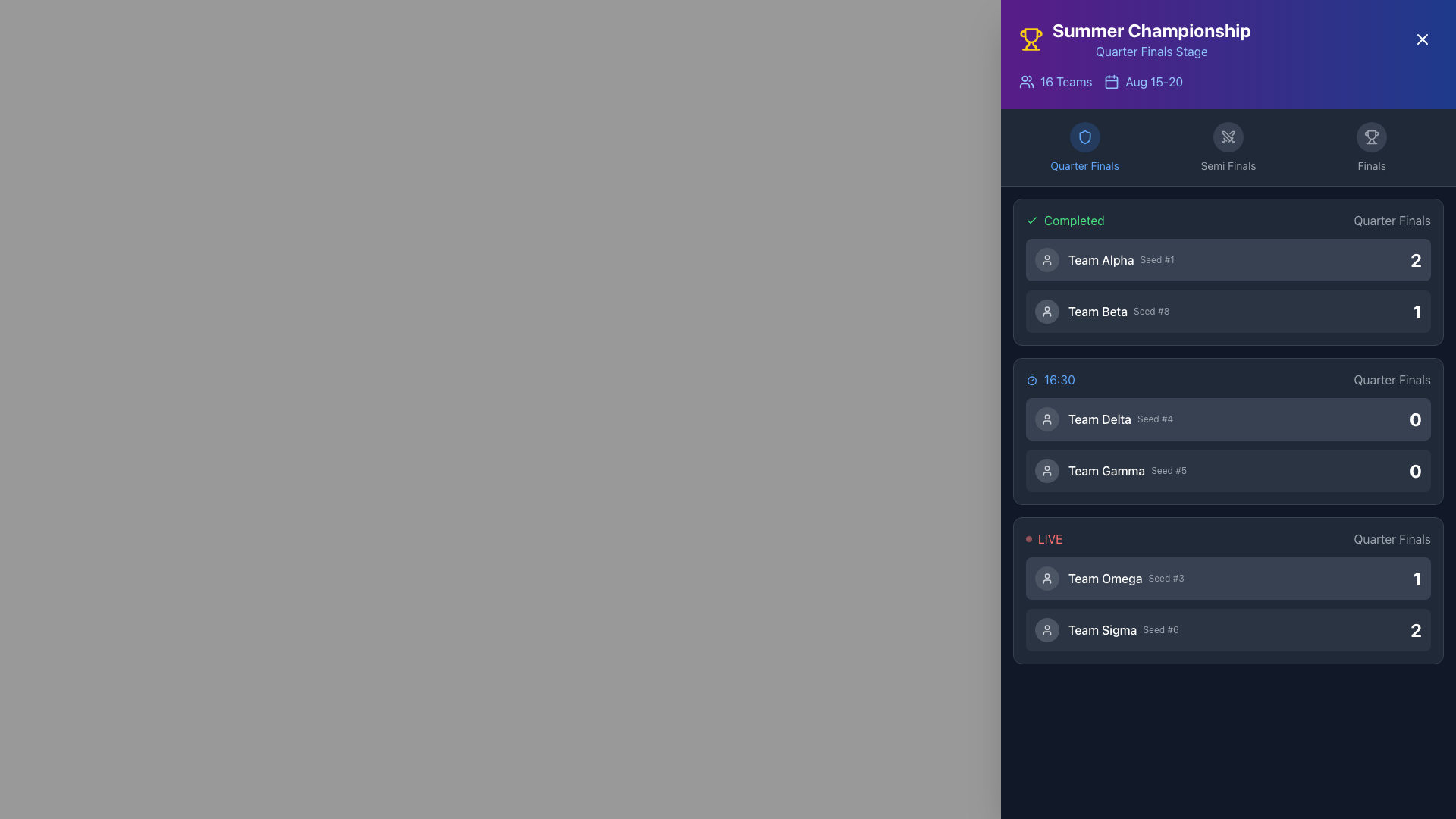 The image size is (1456, 819). Describe the element at coordinates (1104, 259) in the screenshot. I see `the list item displaying 'Team Alpha Seed #1' with a user icon, located in the 'Completed' section of the Quarter Finals list` at that location.